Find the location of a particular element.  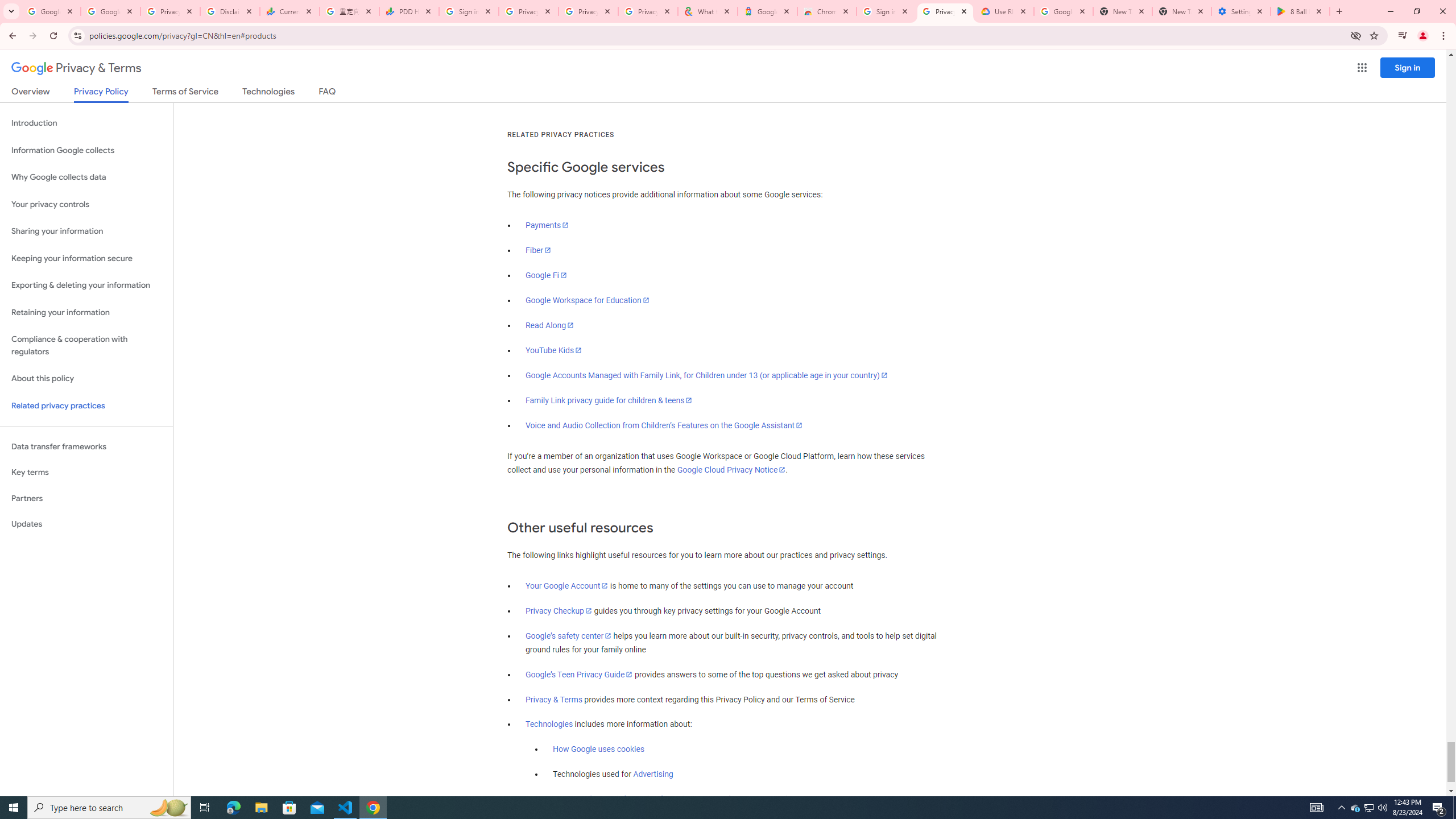

'About this policy' is located at coordinates (86, 379).